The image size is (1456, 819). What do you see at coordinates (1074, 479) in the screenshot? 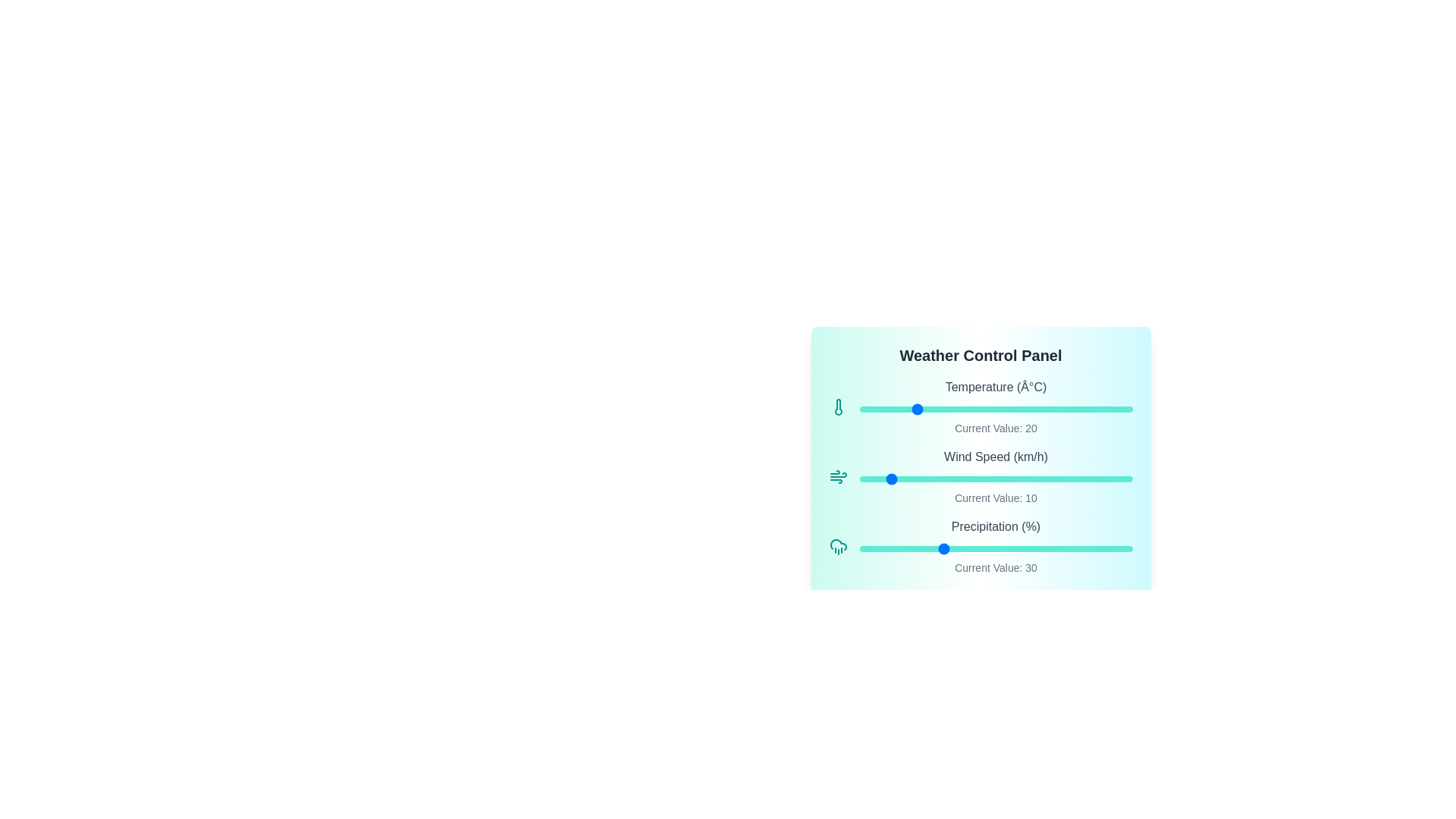
I see `the Wind Speed slider to 79 km/h` at bounding box center [1074, 479].